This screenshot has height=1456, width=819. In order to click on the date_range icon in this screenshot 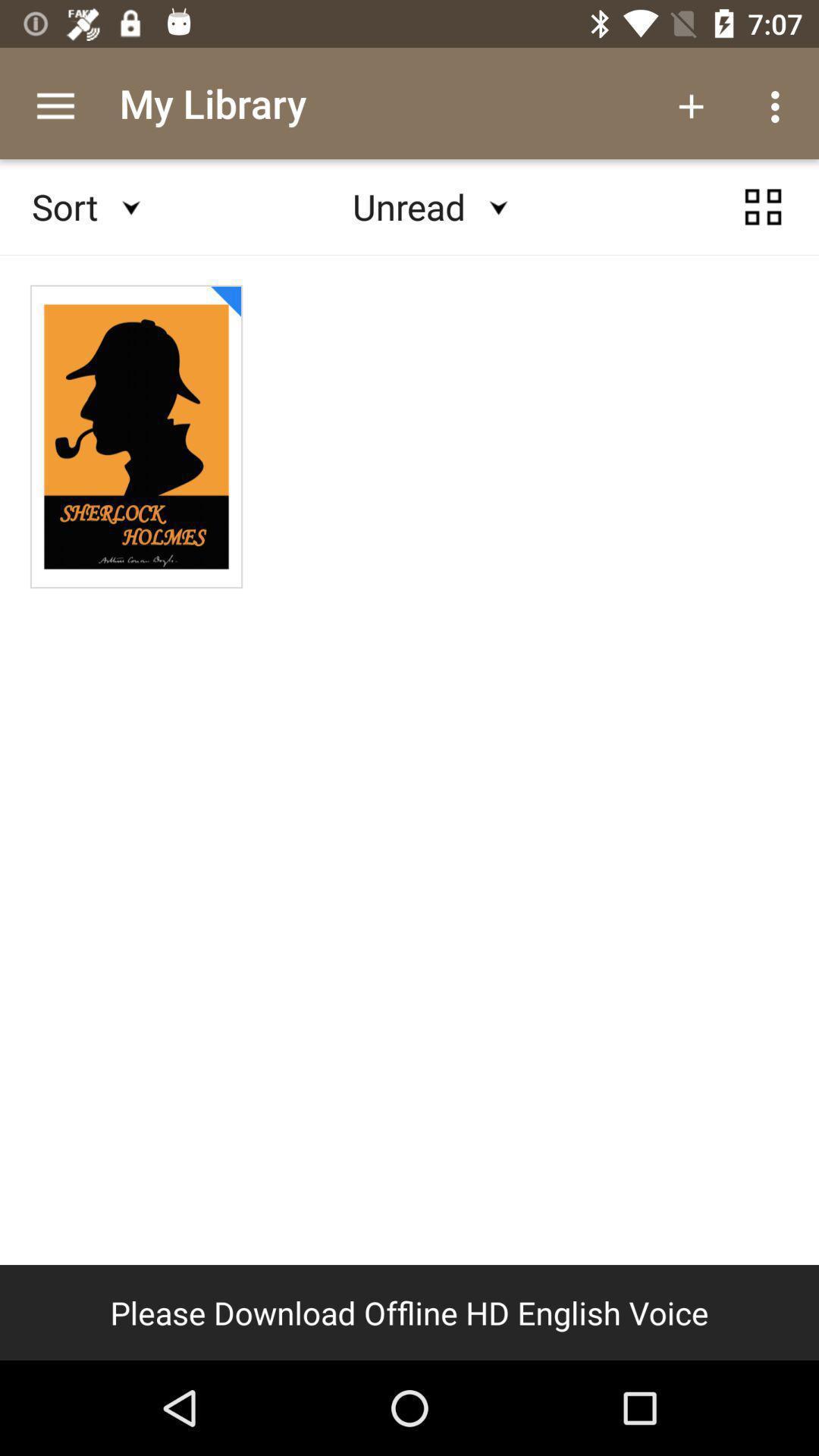, I will do `click(763, 221)`.